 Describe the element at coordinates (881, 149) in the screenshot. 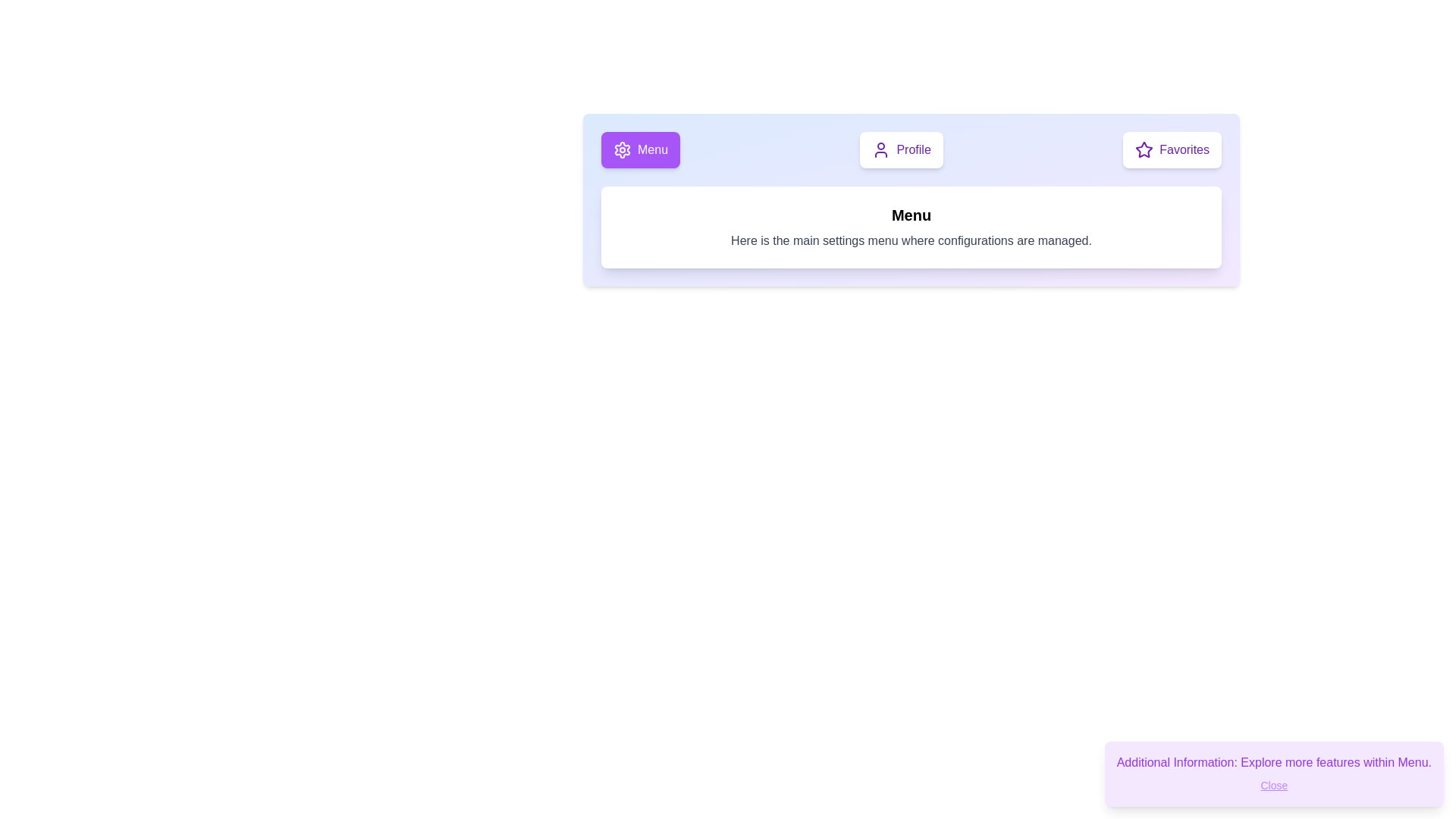

I see `the user profile silhouette icon located within the 'Profile' button, which is part of a horizontally aligned group of options` at that location.